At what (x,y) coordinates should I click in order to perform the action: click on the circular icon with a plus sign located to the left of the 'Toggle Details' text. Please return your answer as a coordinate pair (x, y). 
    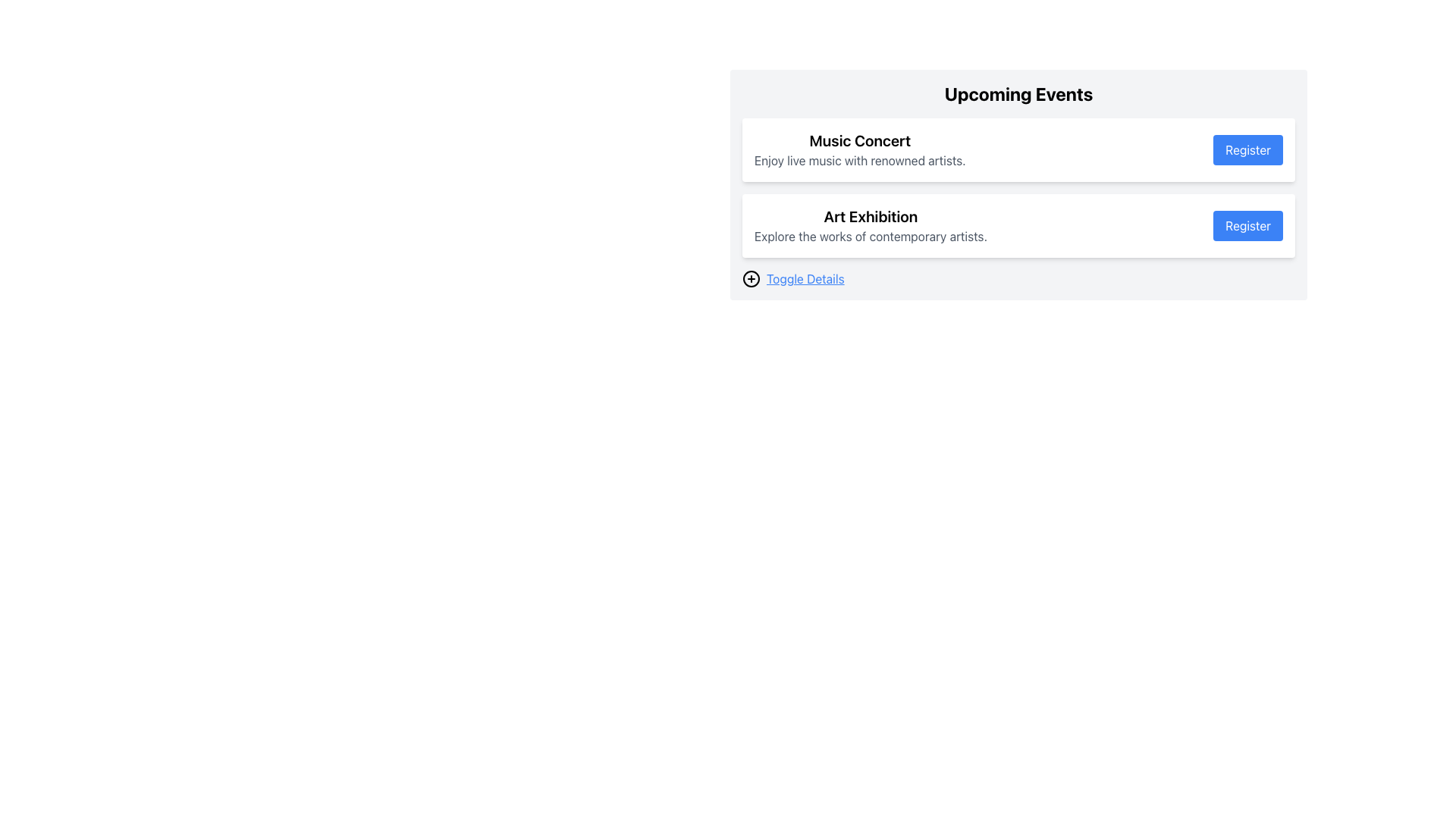
    Looking at the image, I should click on (751, 278).